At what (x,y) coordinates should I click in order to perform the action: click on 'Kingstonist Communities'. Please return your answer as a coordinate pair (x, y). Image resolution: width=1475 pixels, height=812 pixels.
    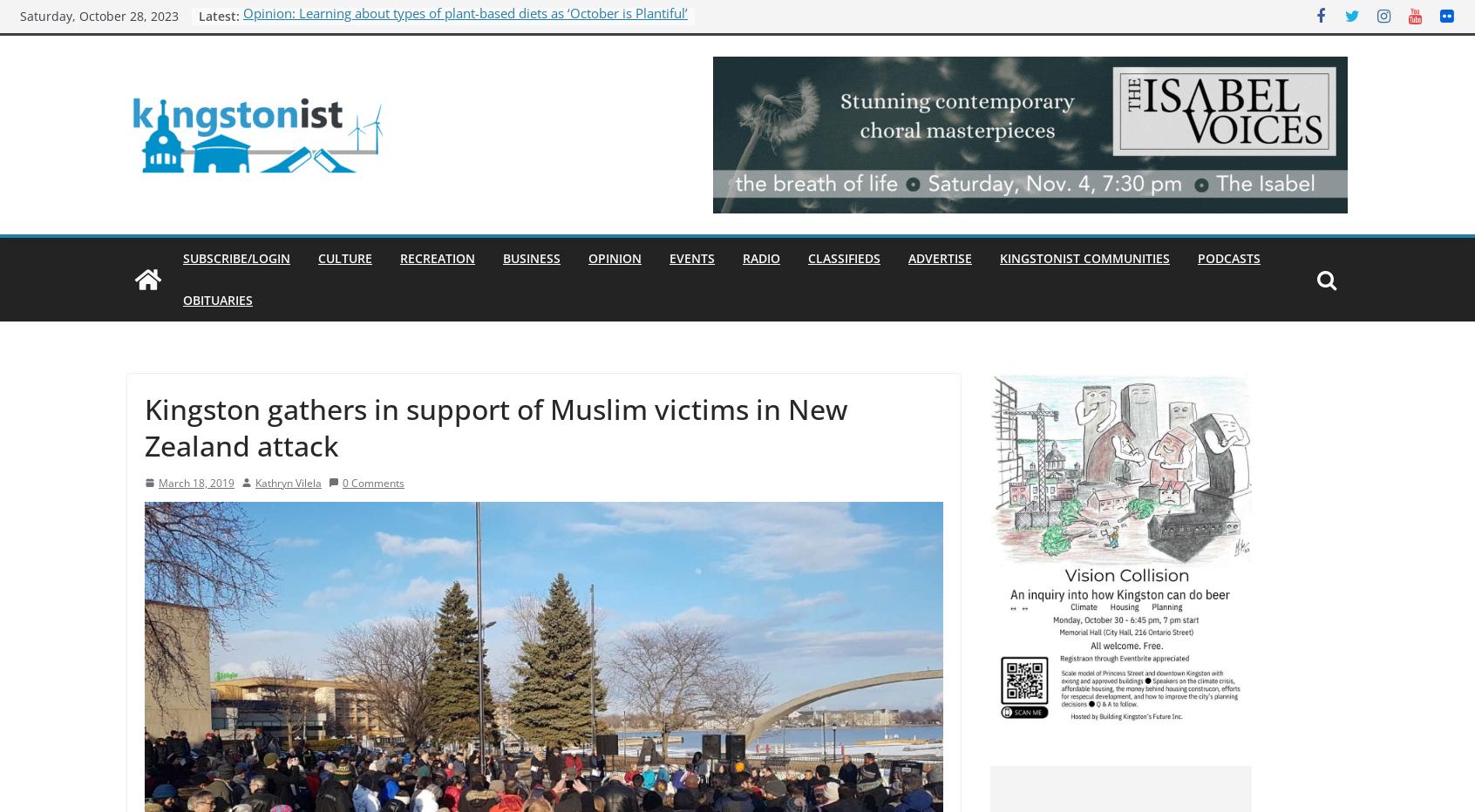
    Looking at the image, I should click on (1084, 258).